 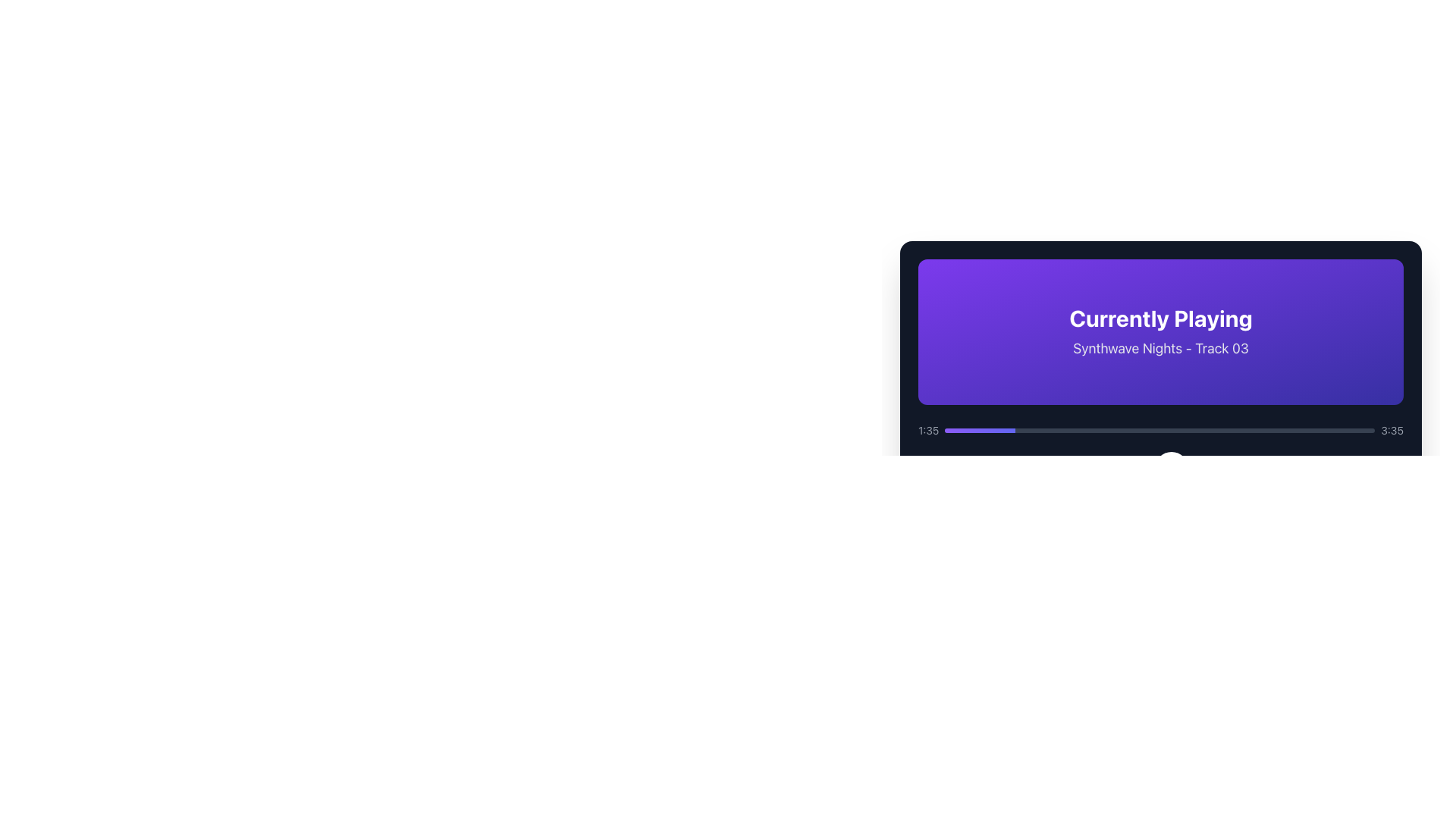 What do you see at coordinates (993, 430) in the screenshot?
I see `the playback position` at bounding box center [993, 430].